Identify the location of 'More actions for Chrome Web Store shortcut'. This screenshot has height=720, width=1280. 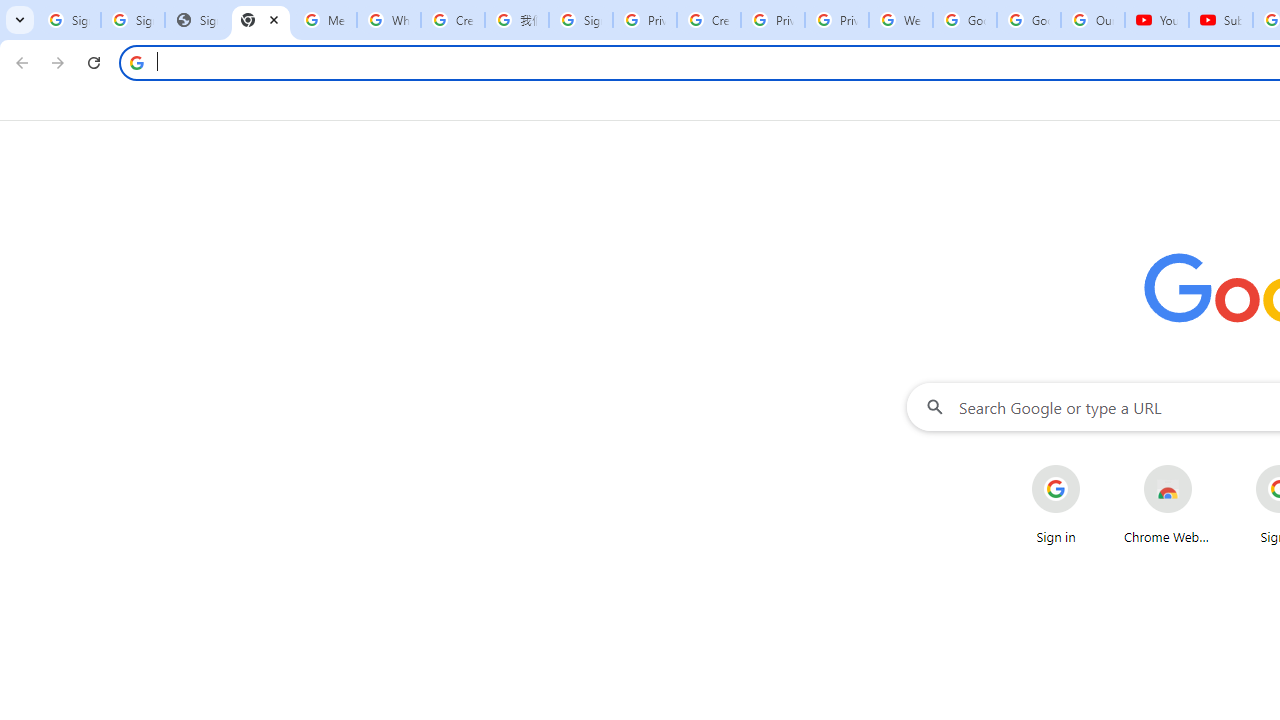
(1207, 466).